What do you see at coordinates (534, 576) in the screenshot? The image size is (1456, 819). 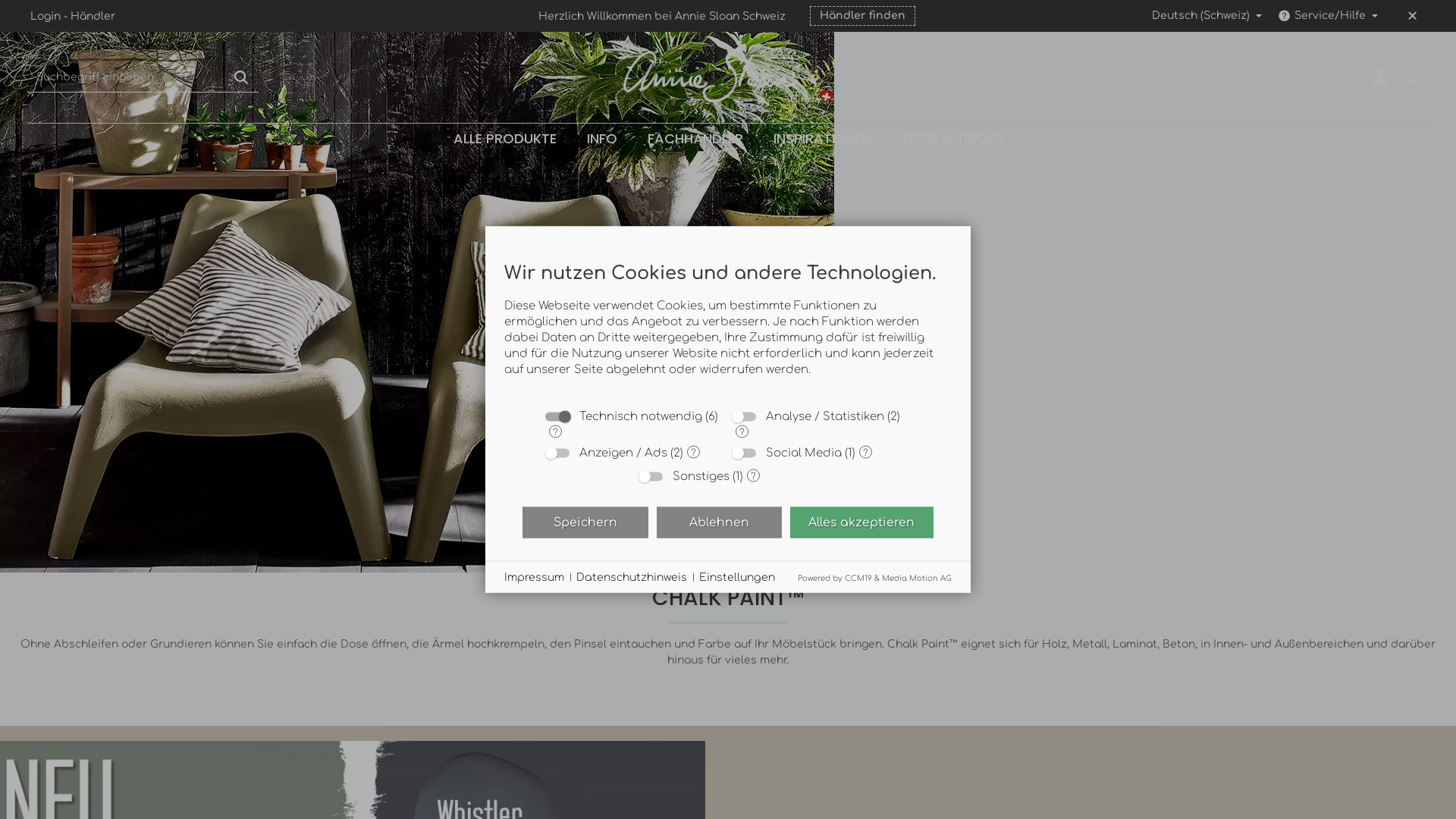 I see `'Impressum'` at bounding box center [534, 576].